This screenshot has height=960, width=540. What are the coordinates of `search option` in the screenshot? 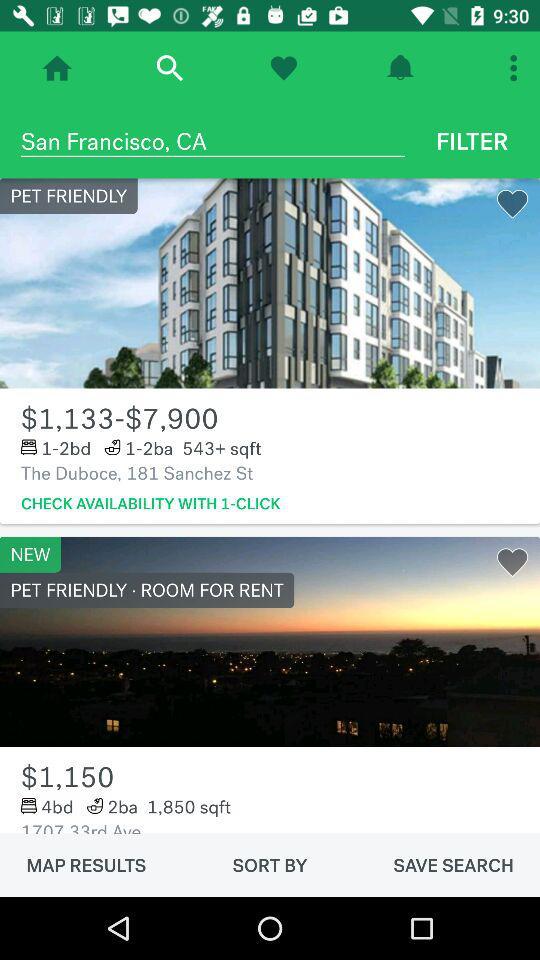 It's located at (168, 68).